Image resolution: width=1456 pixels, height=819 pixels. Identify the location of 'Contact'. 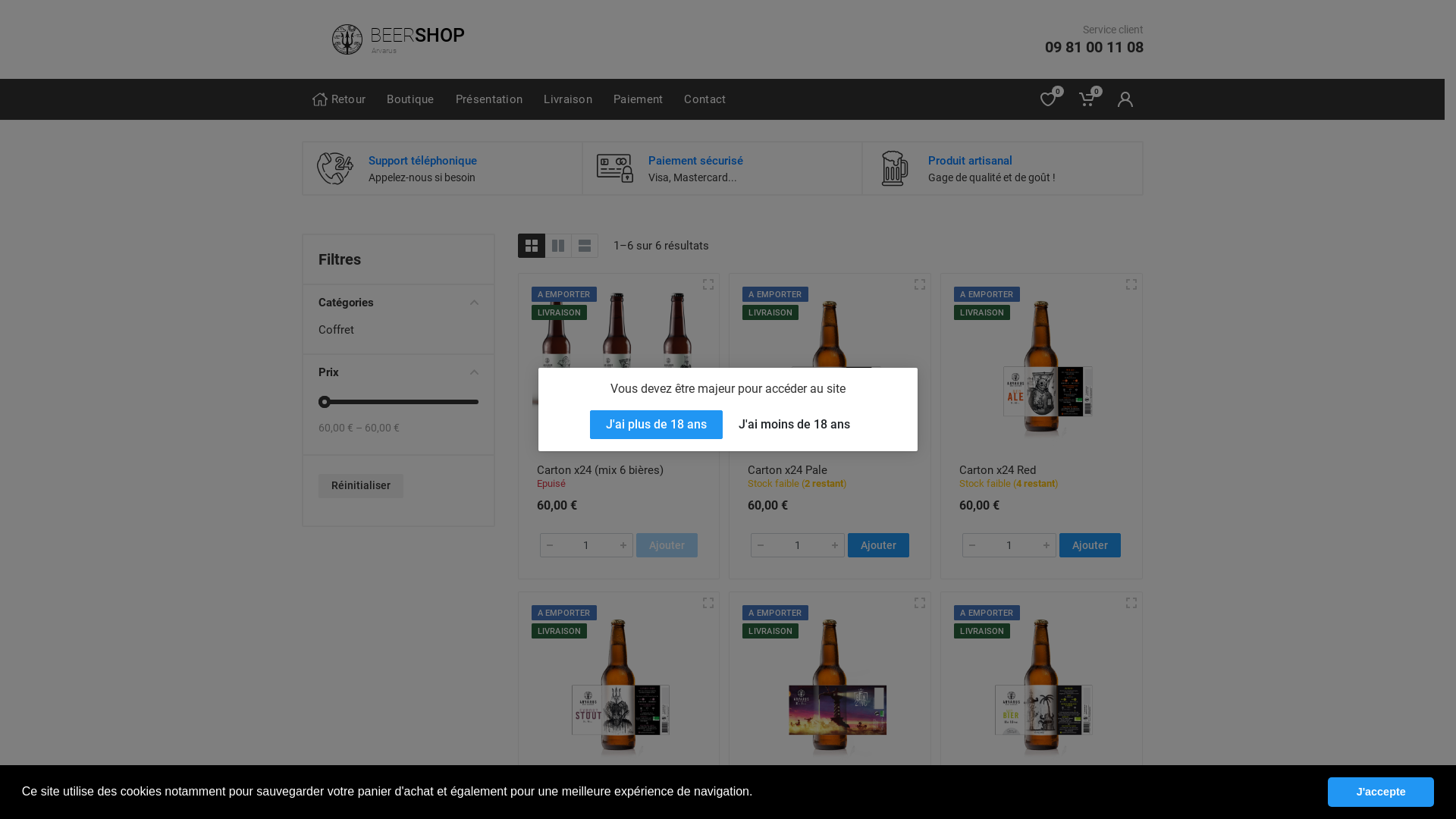
(704, 99).